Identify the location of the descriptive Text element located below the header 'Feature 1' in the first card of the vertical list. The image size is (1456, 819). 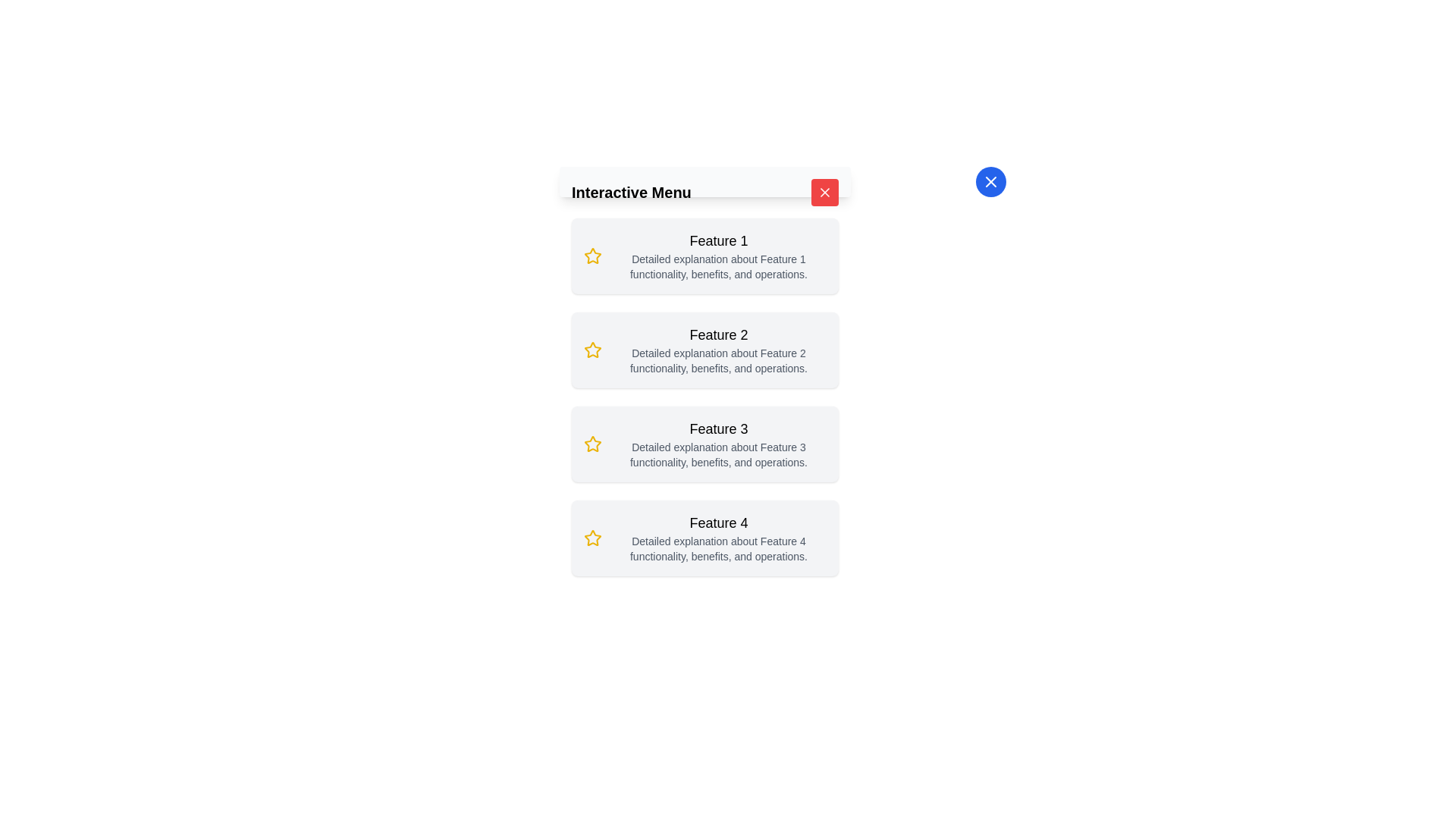
(718, 265).